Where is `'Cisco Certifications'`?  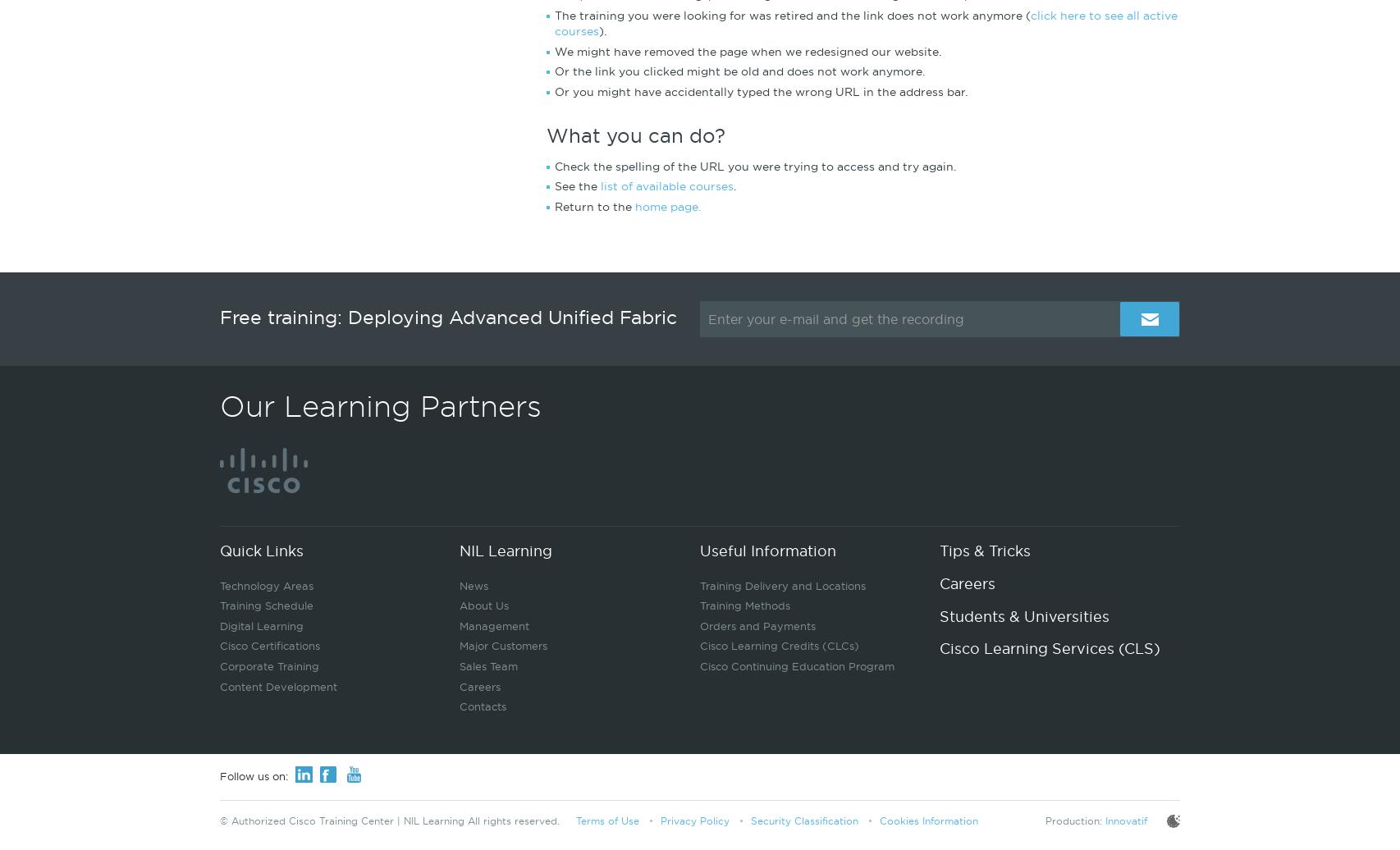 'Cisco Certifications' is located at coordinates (220, 646).